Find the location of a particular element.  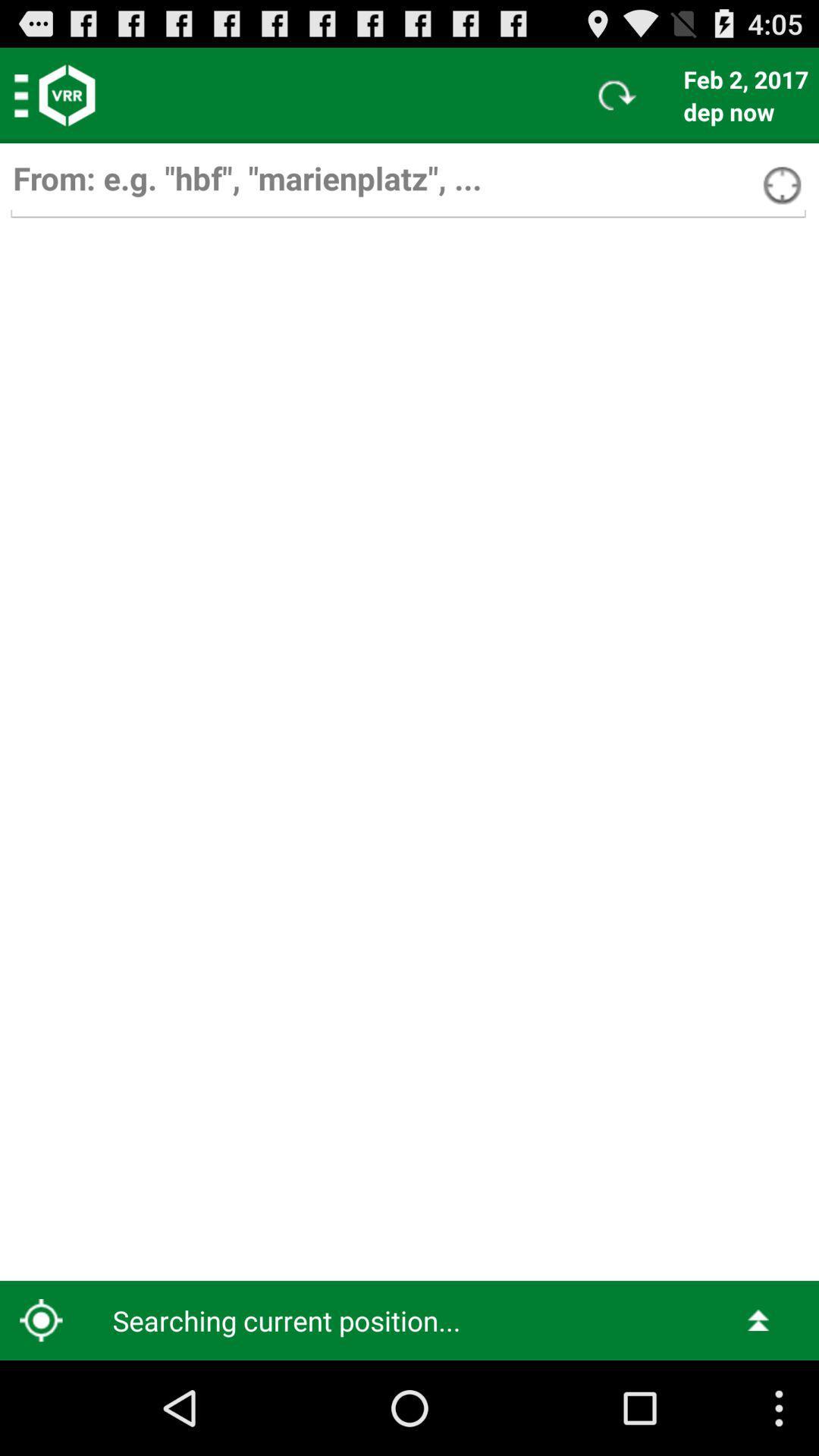

item at the center is located at coordinates (409, 752).